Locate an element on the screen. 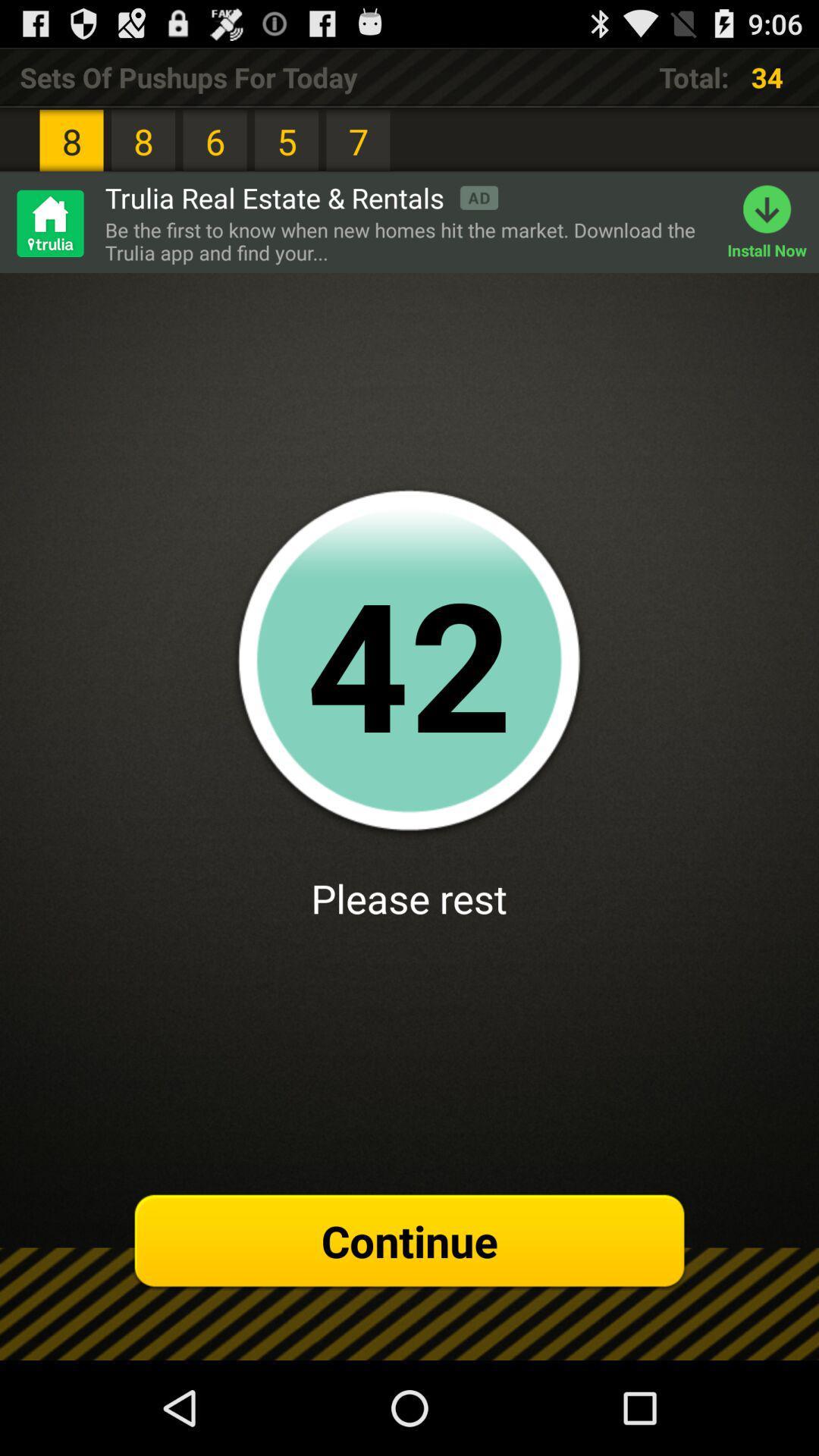 Image resolution: width=819 pixels, height=1456 pixels. the icon below the 8 icon is located at coordinates (301, 196).